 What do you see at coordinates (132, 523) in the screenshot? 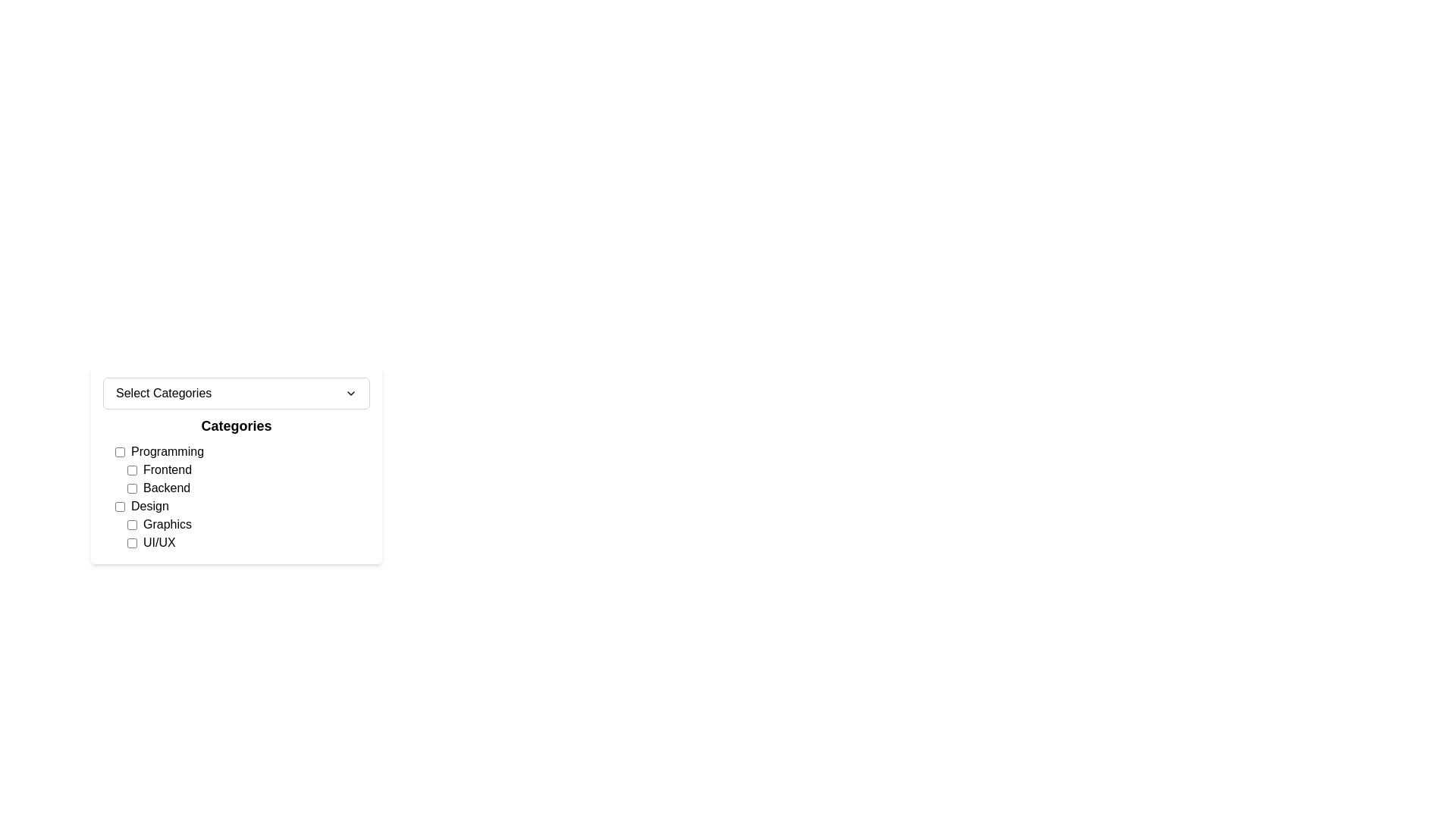
I see `the checkbox located to the left of the label text 'Graphics' within the 'Select Categories' section` at bounding box center [132, 523].